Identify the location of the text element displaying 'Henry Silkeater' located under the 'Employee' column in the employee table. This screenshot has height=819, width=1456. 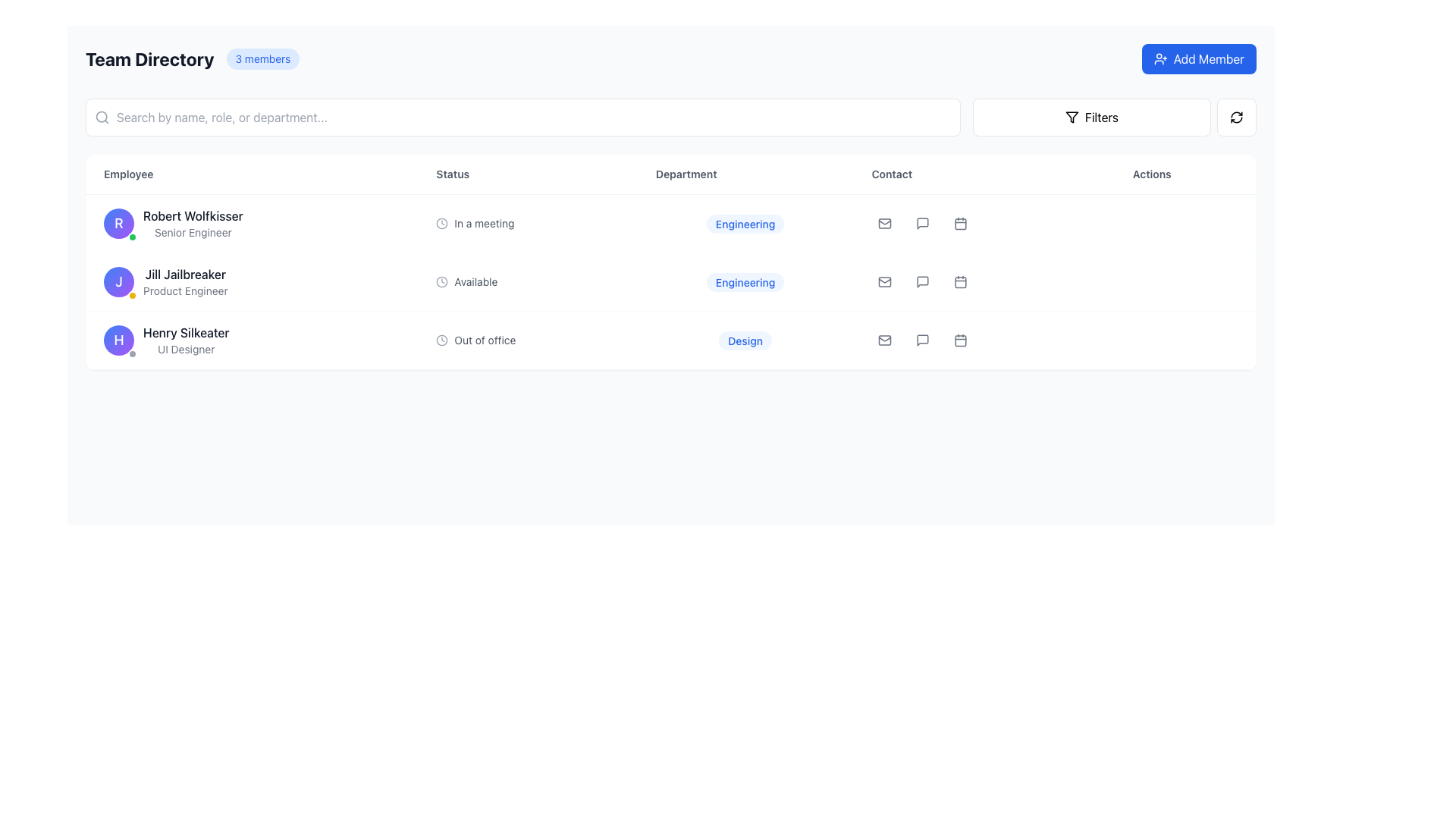
(185, 332).